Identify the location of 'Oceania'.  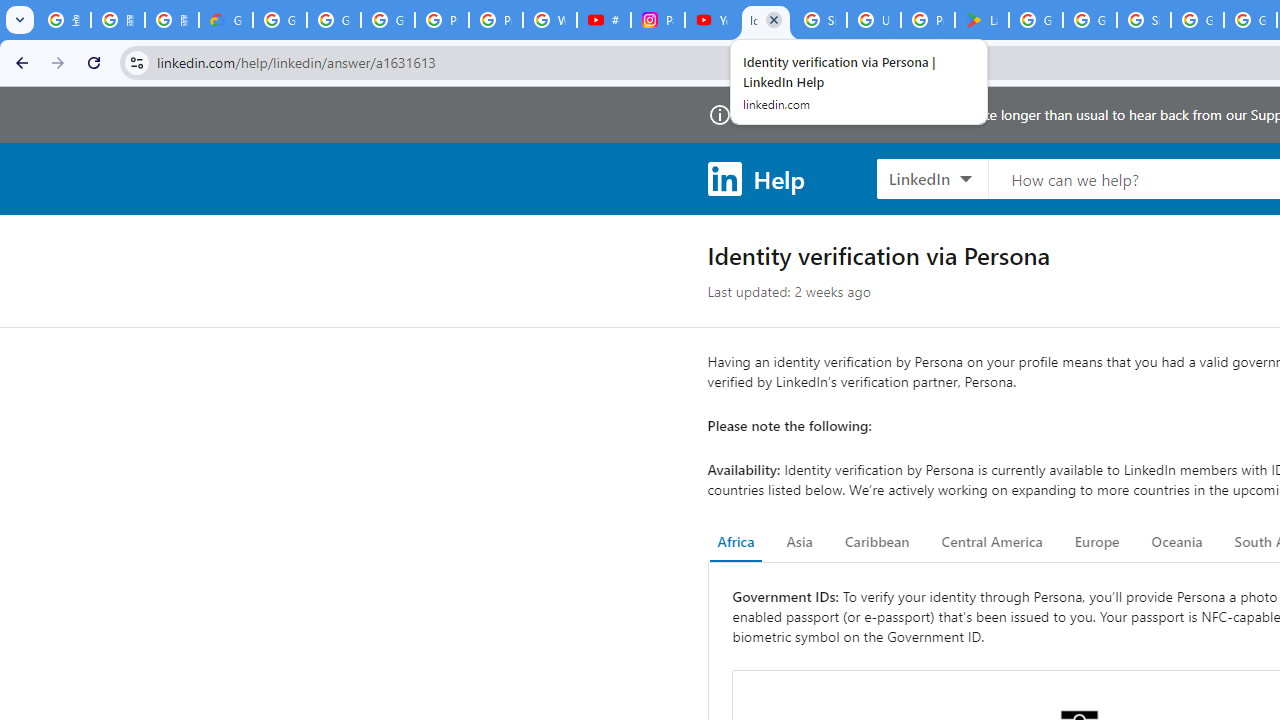
(1176, 542).